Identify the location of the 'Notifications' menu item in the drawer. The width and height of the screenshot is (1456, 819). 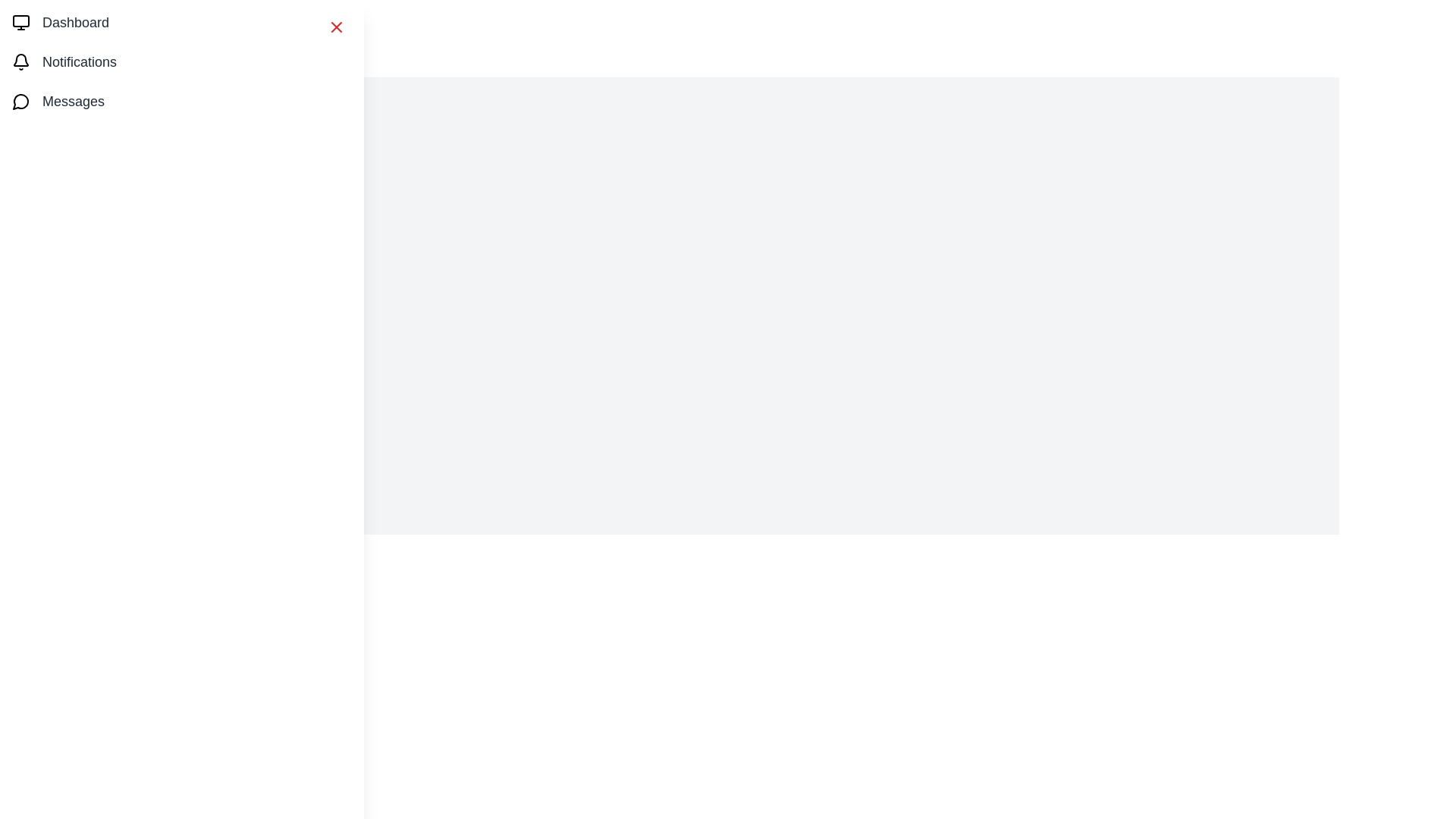
(182, 61).